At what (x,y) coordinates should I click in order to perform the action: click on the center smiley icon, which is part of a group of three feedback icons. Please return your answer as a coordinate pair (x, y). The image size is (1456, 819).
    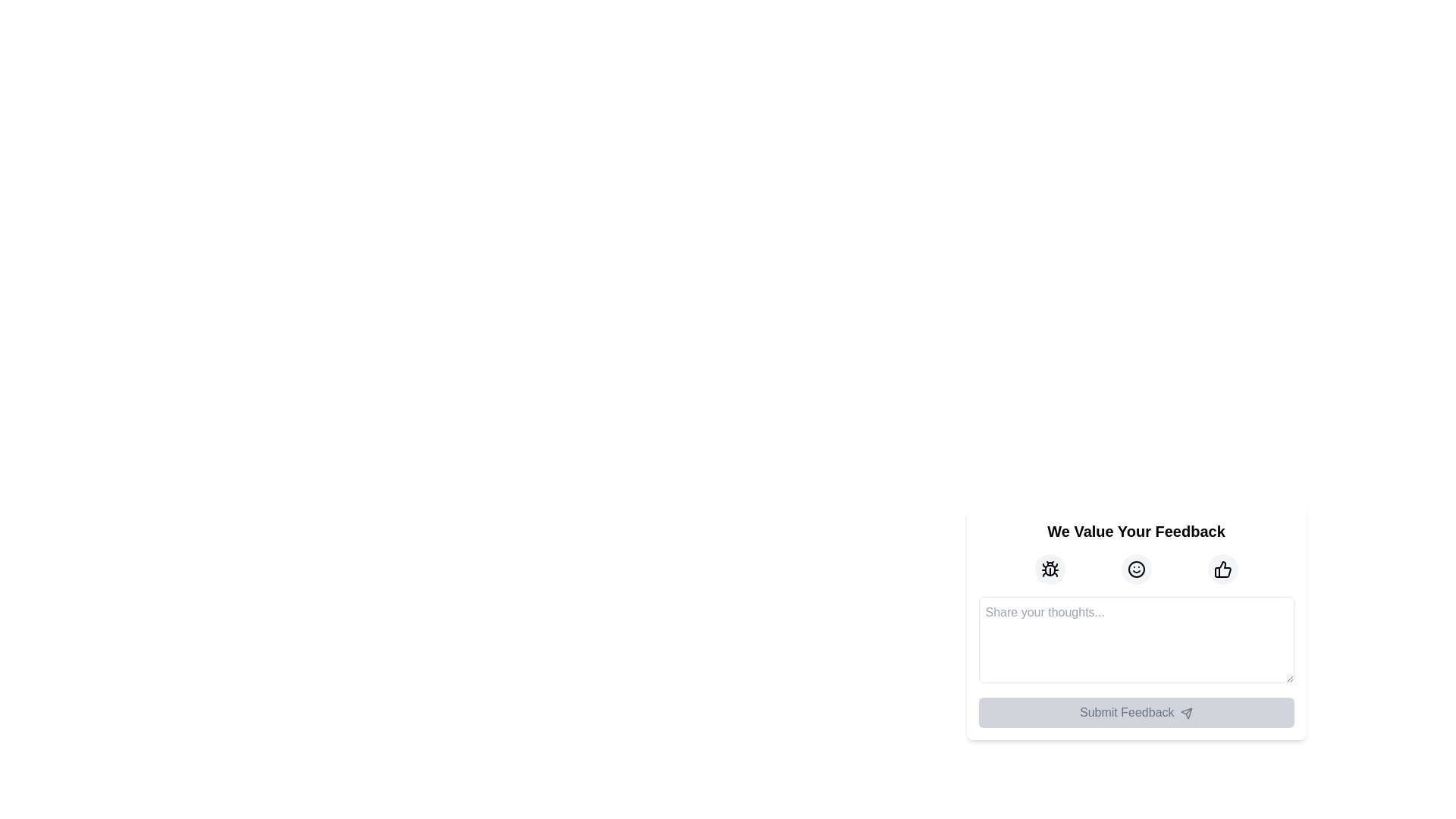
    Looking at the image, I should click on (1136, 570).